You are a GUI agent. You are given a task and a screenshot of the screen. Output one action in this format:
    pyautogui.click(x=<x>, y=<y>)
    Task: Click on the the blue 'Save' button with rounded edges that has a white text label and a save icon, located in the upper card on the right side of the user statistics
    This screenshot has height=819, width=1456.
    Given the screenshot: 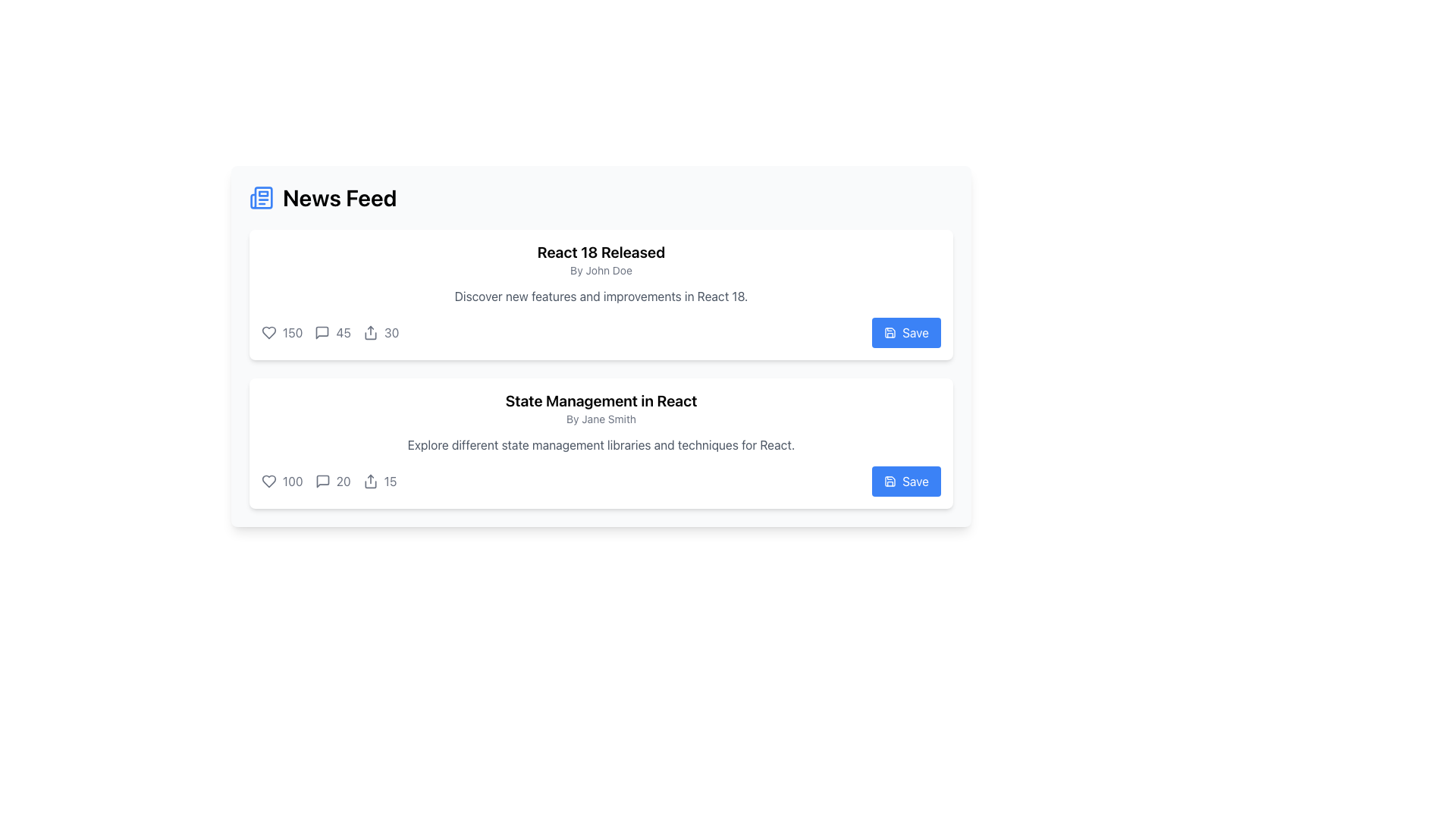 What is the action you would take?
    pyautogui.click(x=906, y=332)
    